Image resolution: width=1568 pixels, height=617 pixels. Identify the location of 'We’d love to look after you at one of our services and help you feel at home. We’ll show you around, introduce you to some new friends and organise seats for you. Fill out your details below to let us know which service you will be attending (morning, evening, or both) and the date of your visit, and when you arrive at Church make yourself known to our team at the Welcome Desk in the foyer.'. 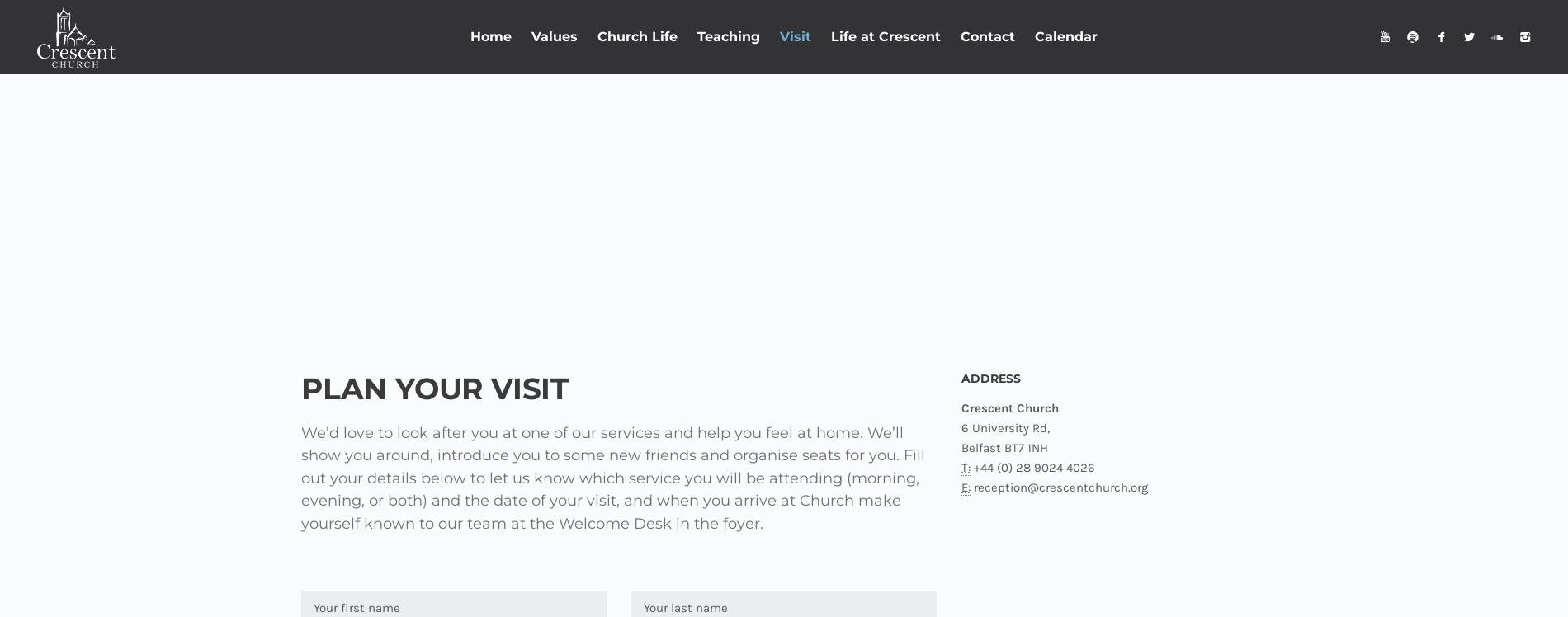
(612, 478).